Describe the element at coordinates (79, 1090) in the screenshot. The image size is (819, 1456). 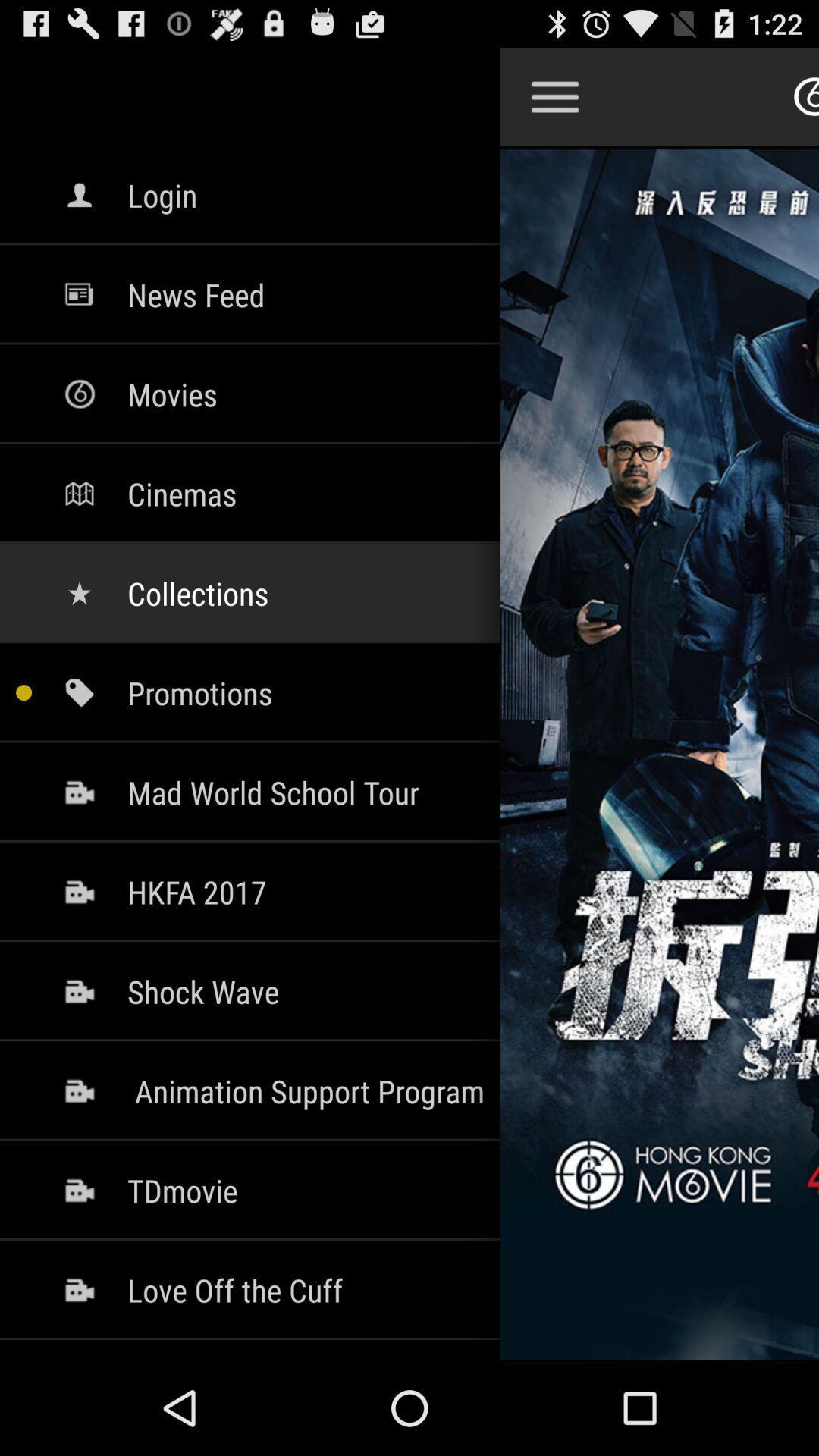
I see `tap the icon which is left to the animation support program` at that location.